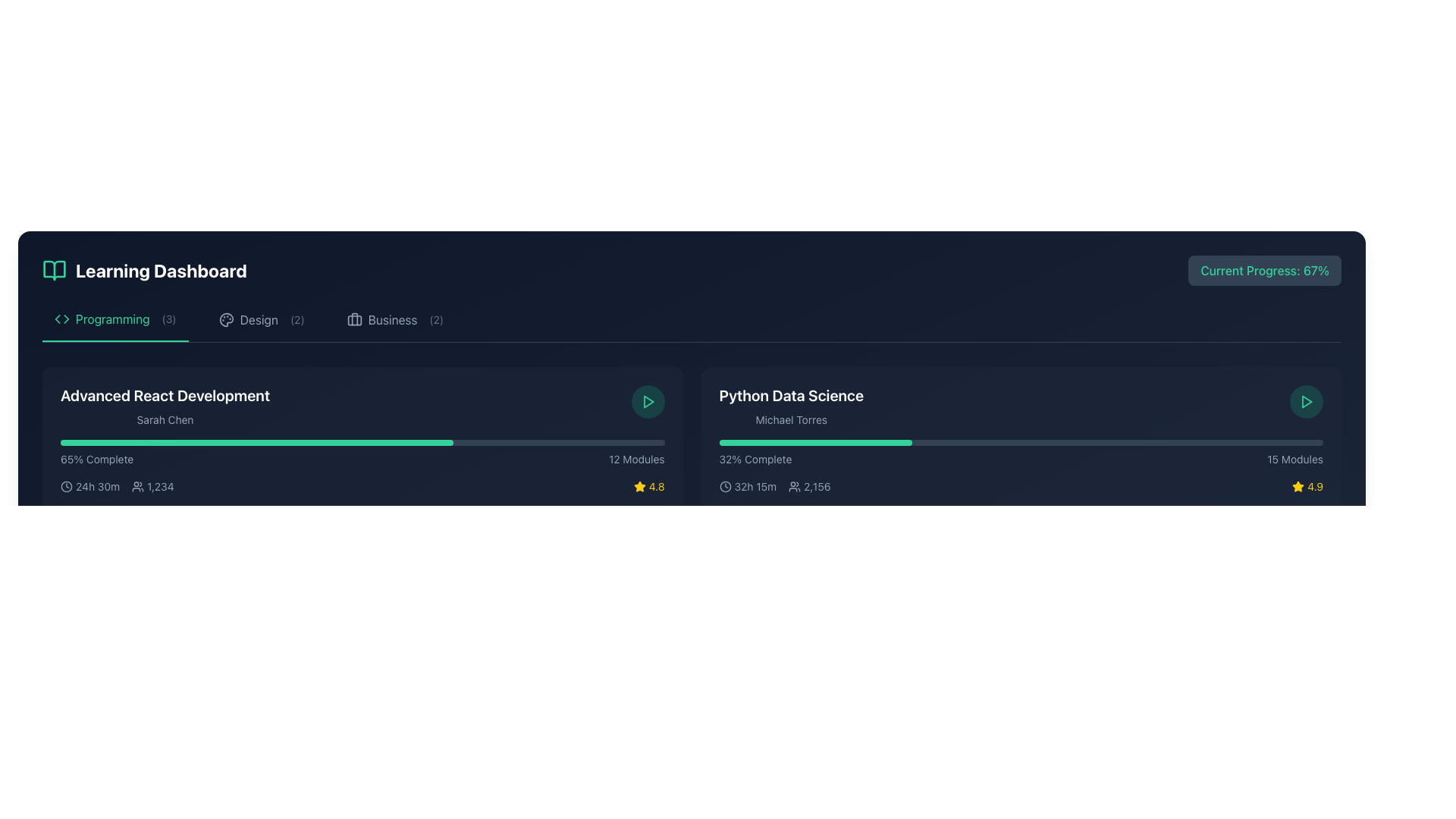 This screenshot has height=819, width=1456. I want to click on the triangular 'play' icon, which is outlined in green and located on the right side of the 'Python Data Science' course card, so click(648, 400).